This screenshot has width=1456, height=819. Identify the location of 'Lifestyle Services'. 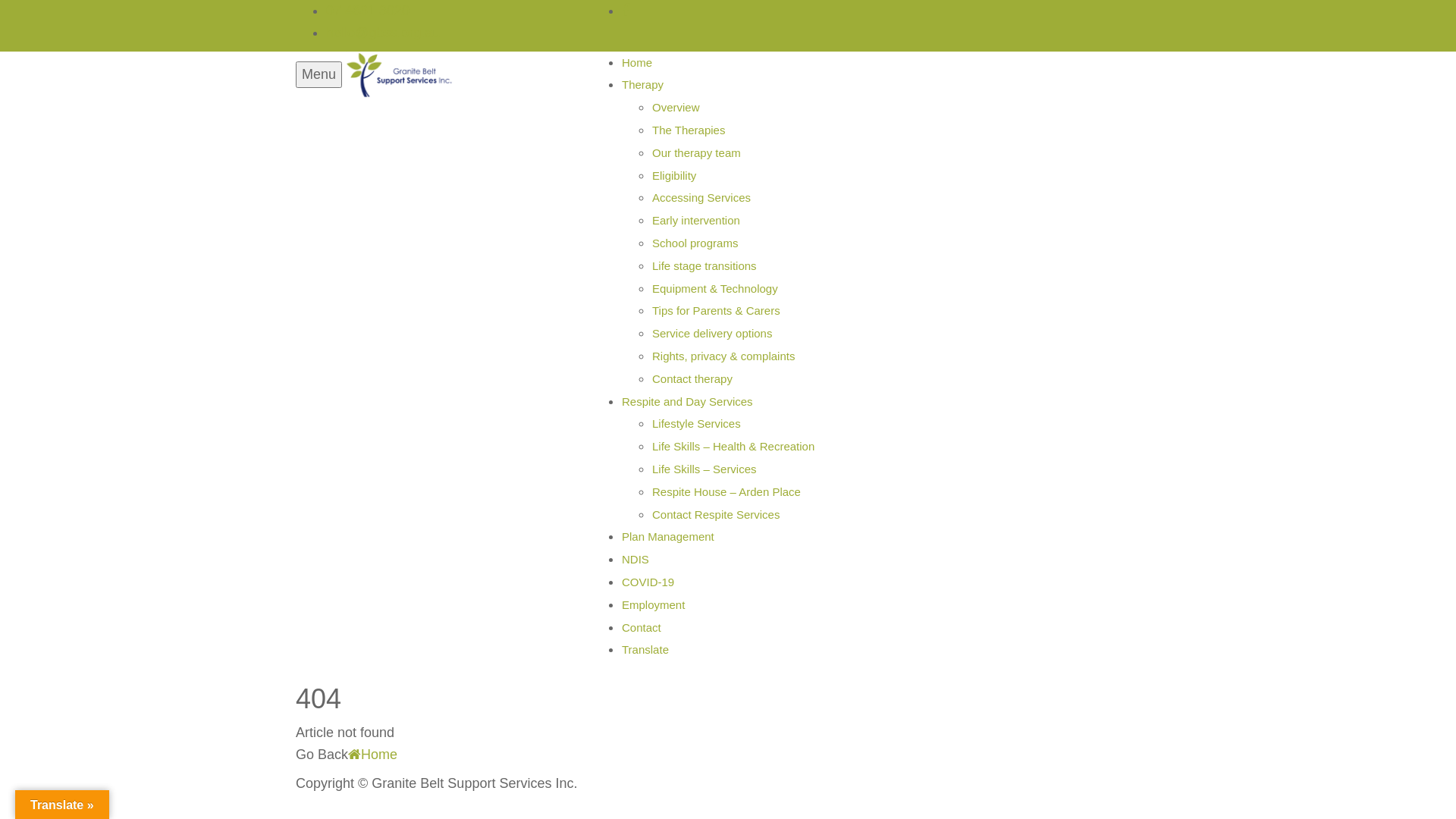
(695, 423).